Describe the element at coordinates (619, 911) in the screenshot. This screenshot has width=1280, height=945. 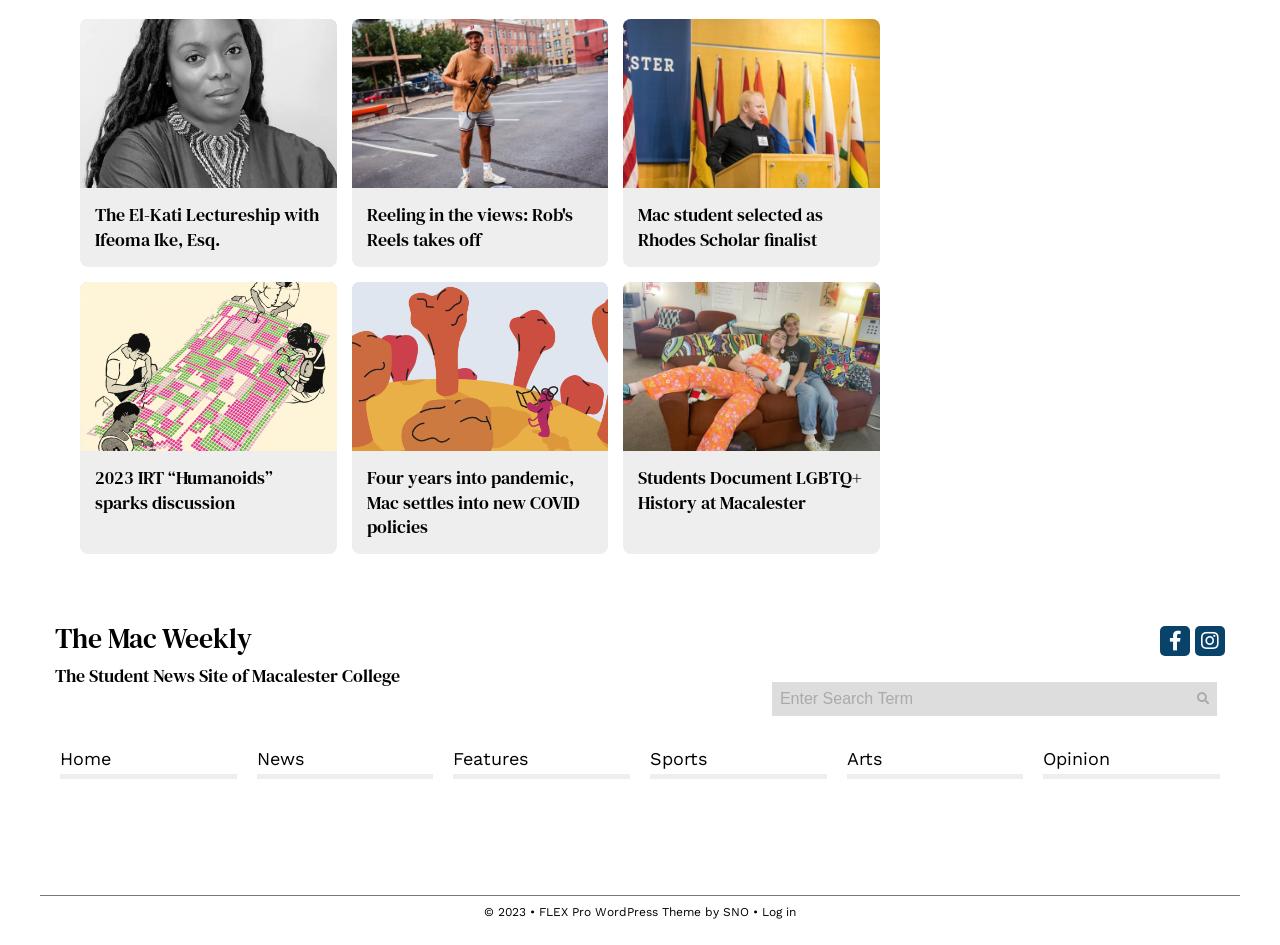
I see `'FLEX Pro WordPress Theme'` at that location.